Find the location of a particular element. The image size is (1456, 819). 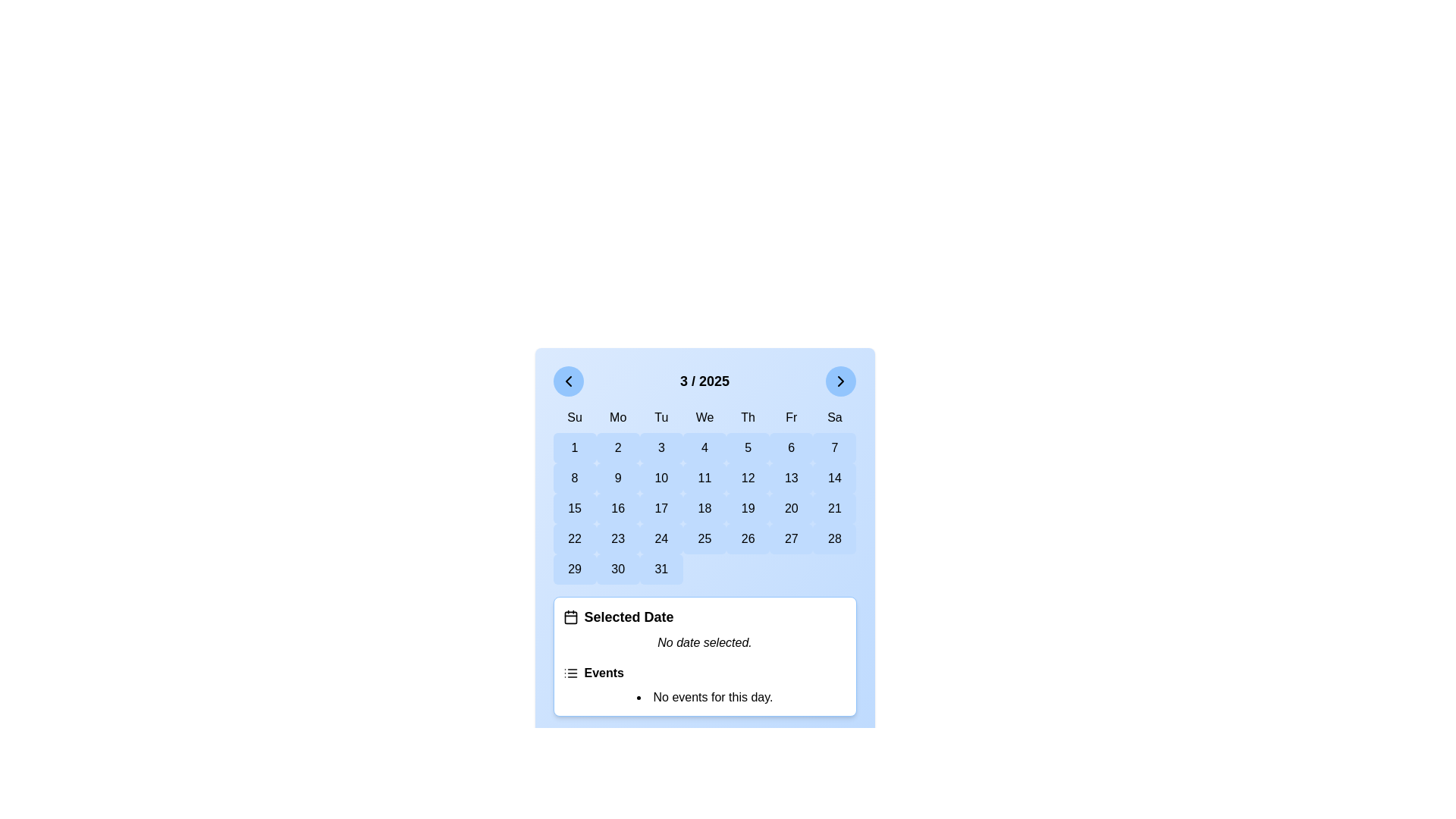

the button representing the date March 3rd in the calendar interface is located at coordinates (661, 447).